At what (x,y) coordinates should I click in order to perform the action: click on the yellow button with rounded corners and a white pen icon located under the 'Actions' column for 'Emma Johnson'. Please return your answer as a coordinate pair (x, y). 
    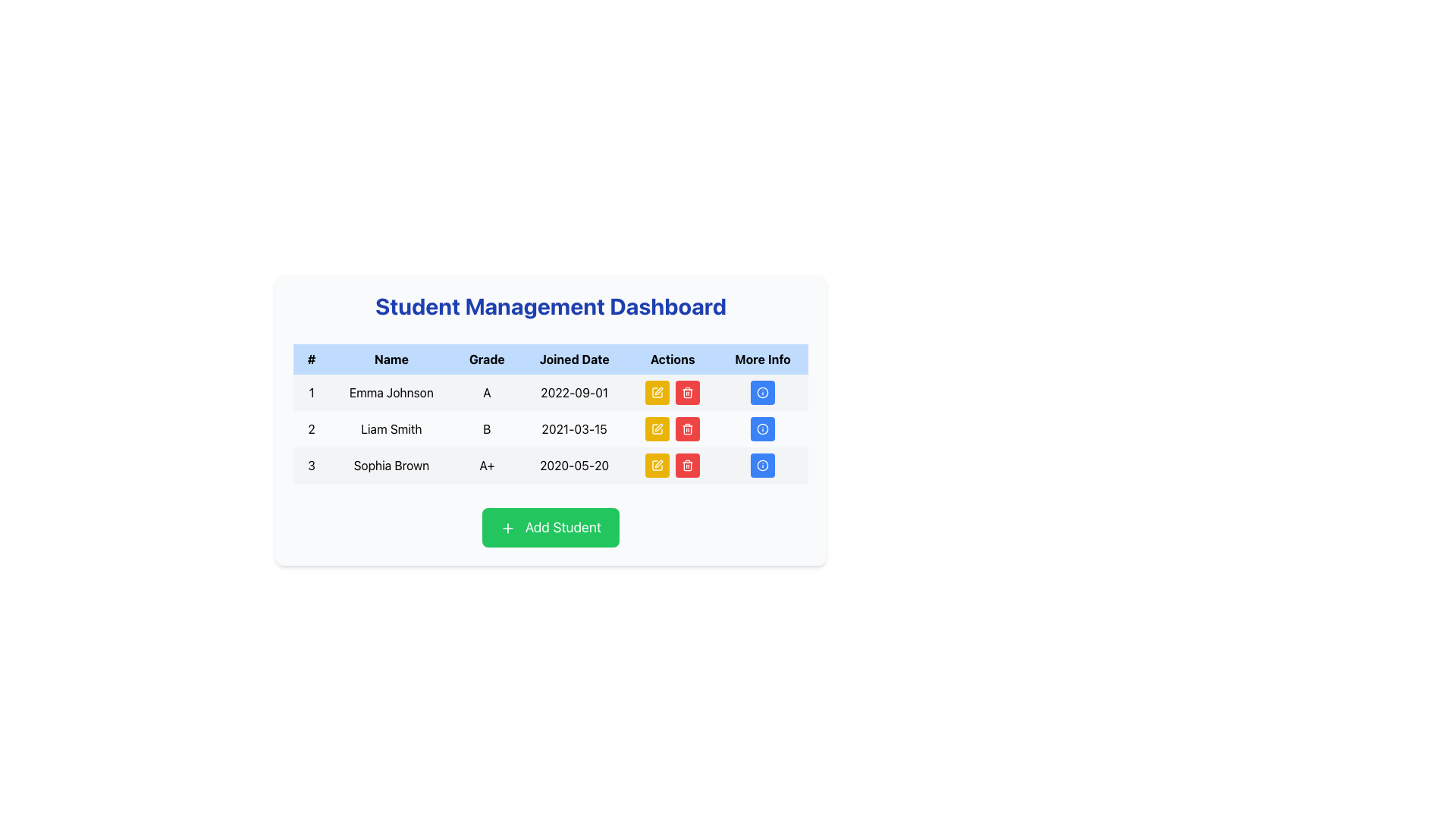
    Looking at the image, I should click on (657, 391).